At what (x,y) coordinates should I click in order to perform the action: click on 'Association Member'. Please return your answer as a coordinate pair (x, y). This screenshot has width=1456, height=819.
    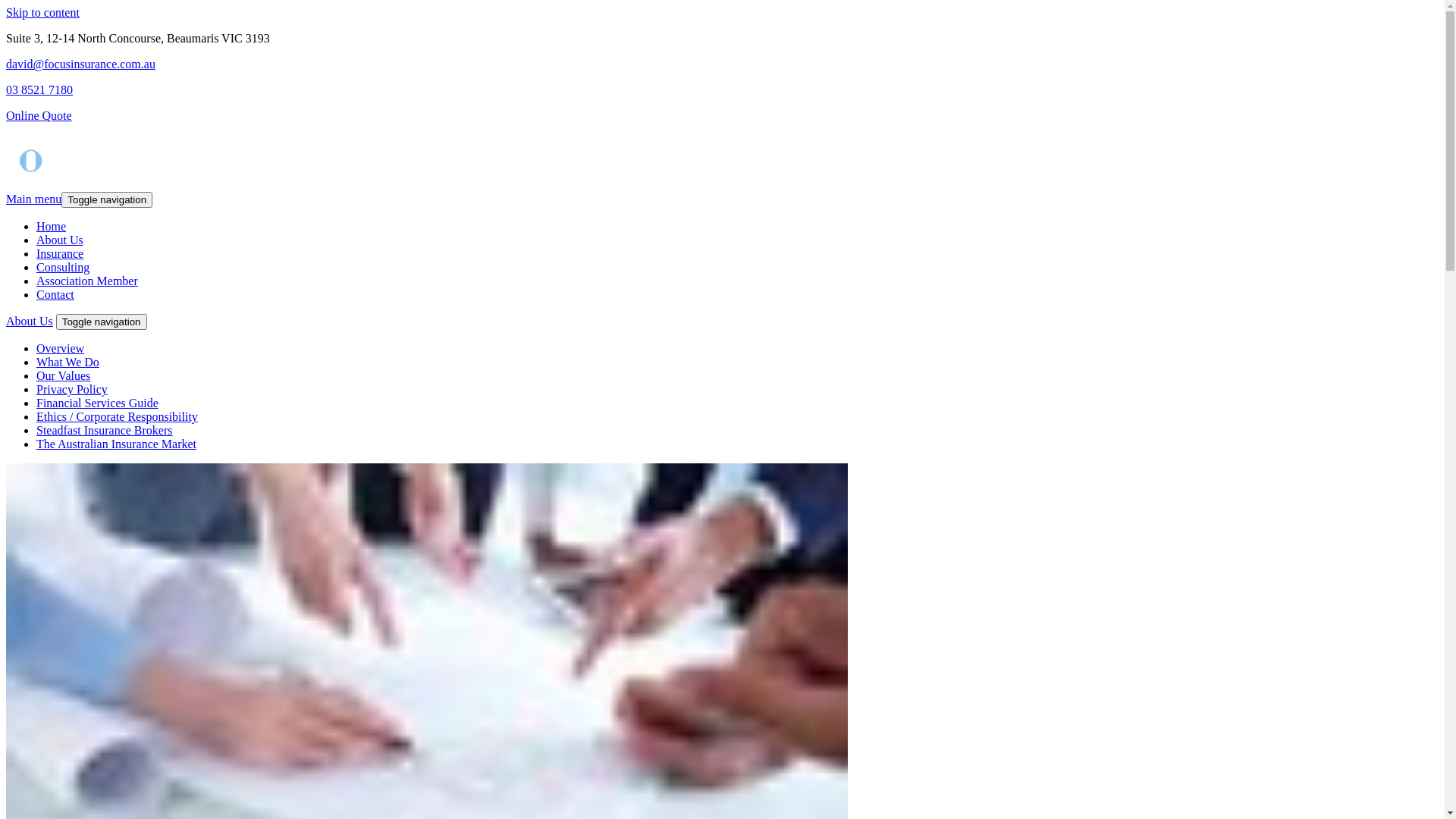
    Looking at the image, I should click on (86, 281).